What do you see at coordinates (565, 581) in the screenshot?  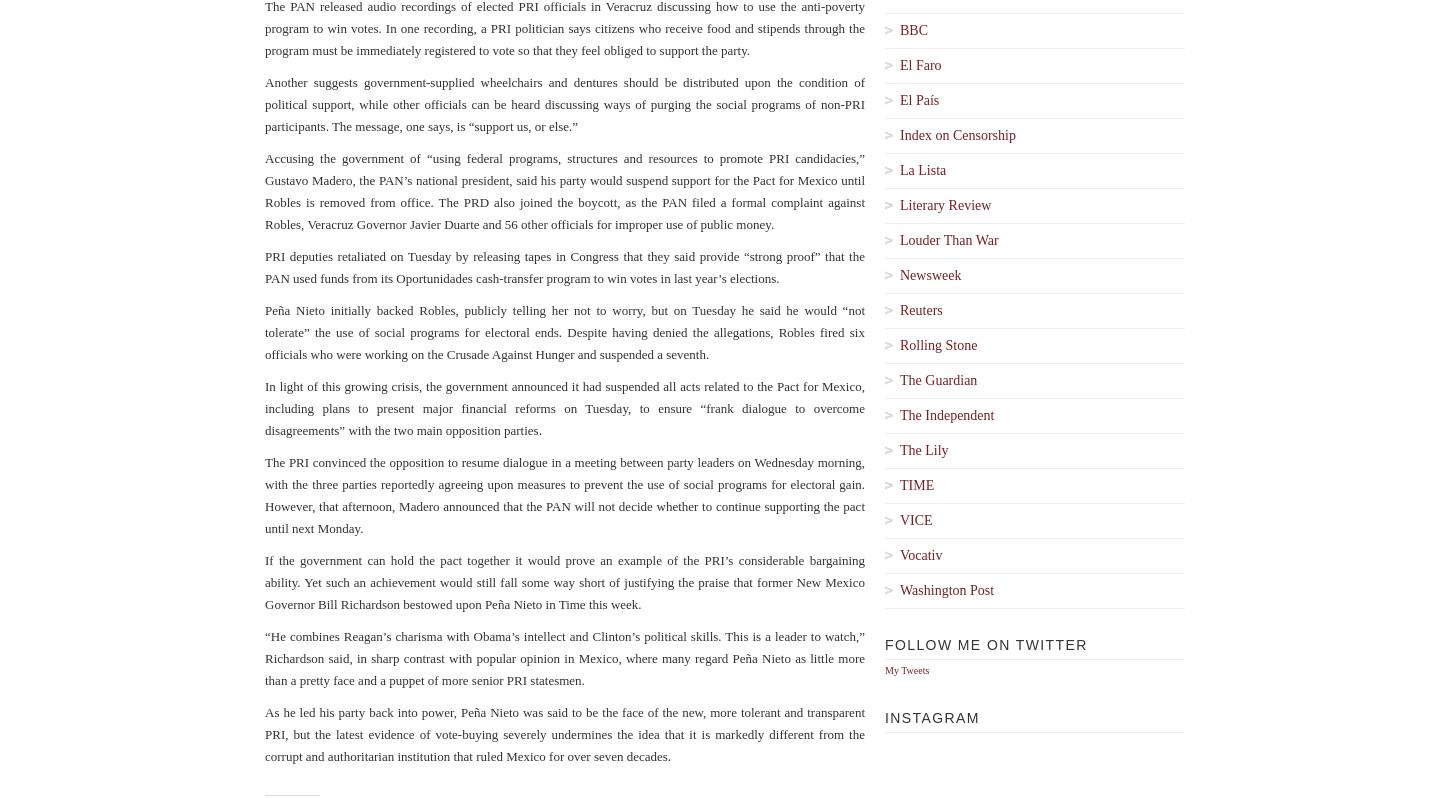 I see `'If the government can hold the pact together it would prove an example of the PRI’s considerable bargaining ability. Yet such an achievement would still fall some way short of justifying the praise that former New Mexico Governor Bill Richardson bestowed upon Peña Nieto in Time this week.'` at bounding box center [565, 581].